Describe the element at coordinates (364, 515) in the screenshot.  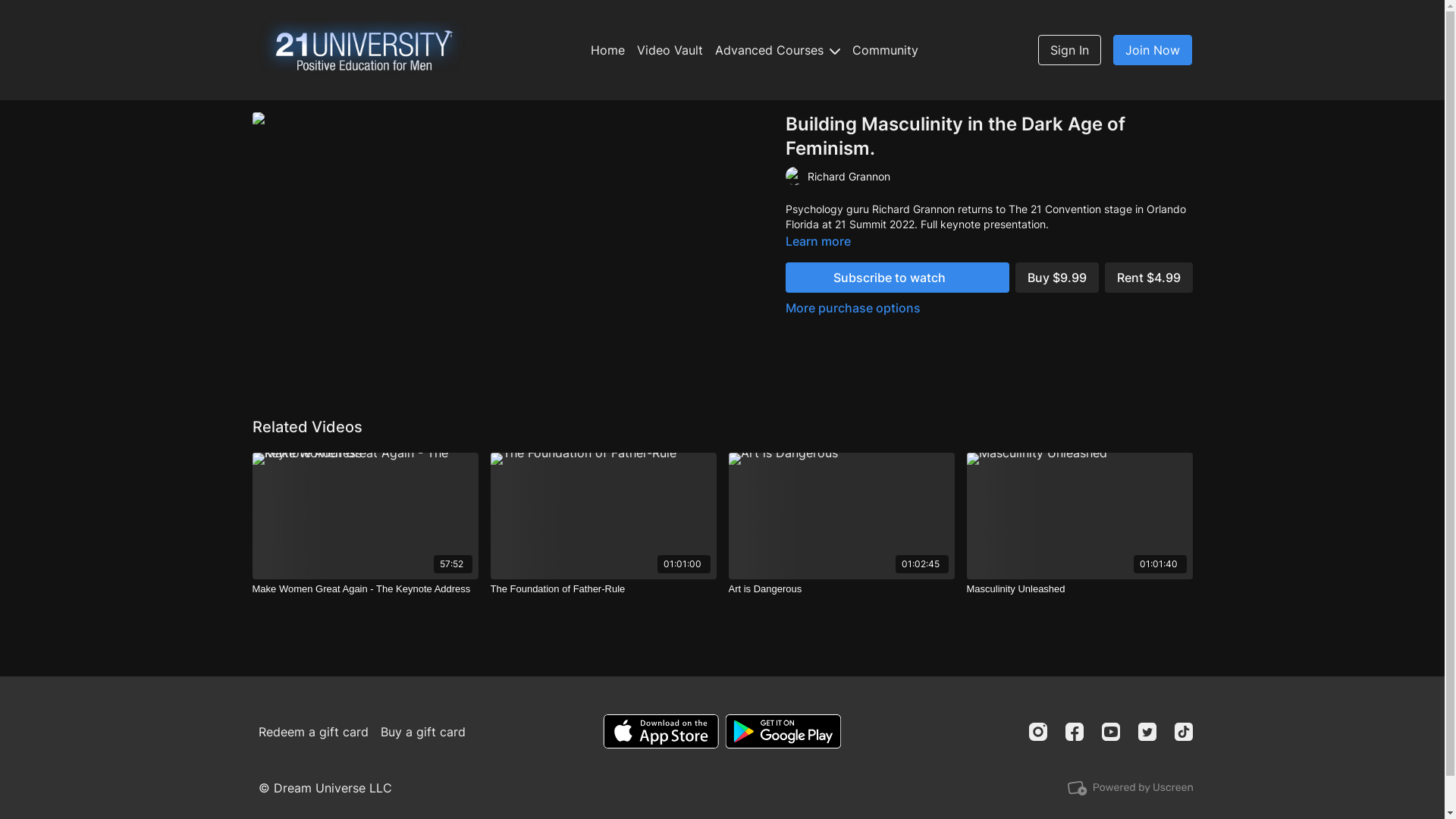
I see `'57:52'` at that location.